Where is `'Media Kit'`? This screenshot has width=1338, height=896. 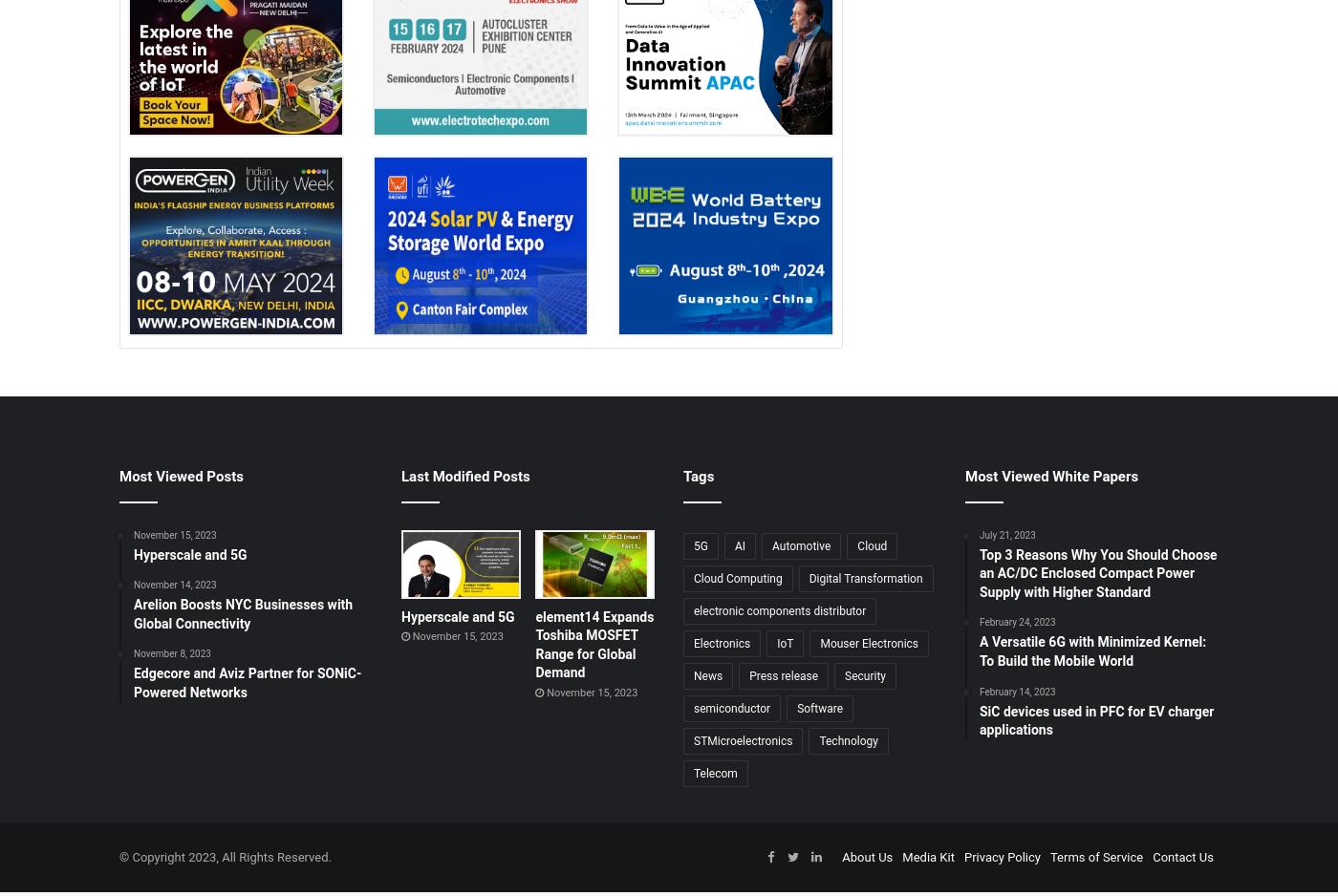
'Media Kit' is located at coordinates (928, 856).